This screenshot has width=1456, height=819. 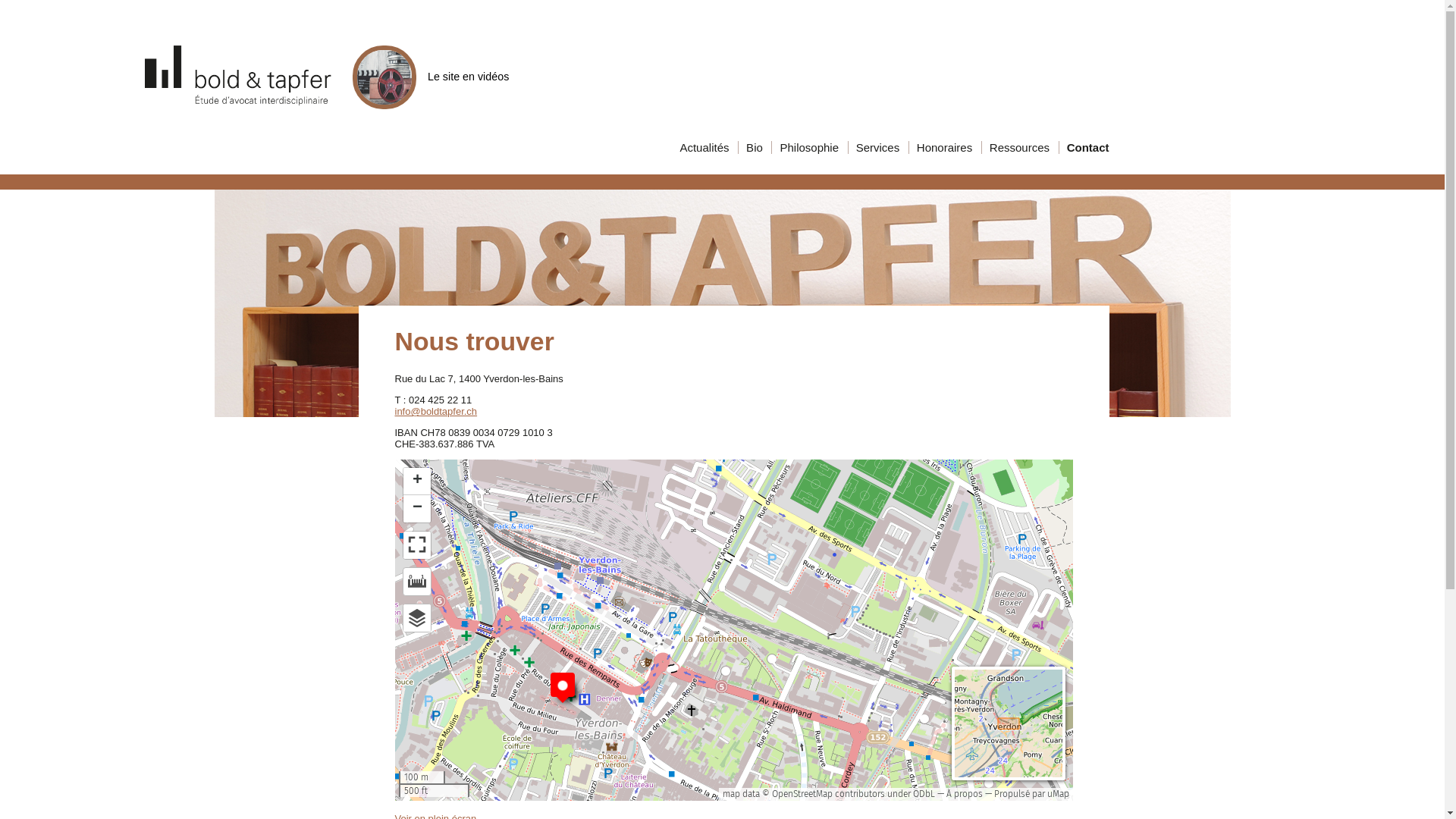 I want to click on 'Services', so click(x=877, y=147).